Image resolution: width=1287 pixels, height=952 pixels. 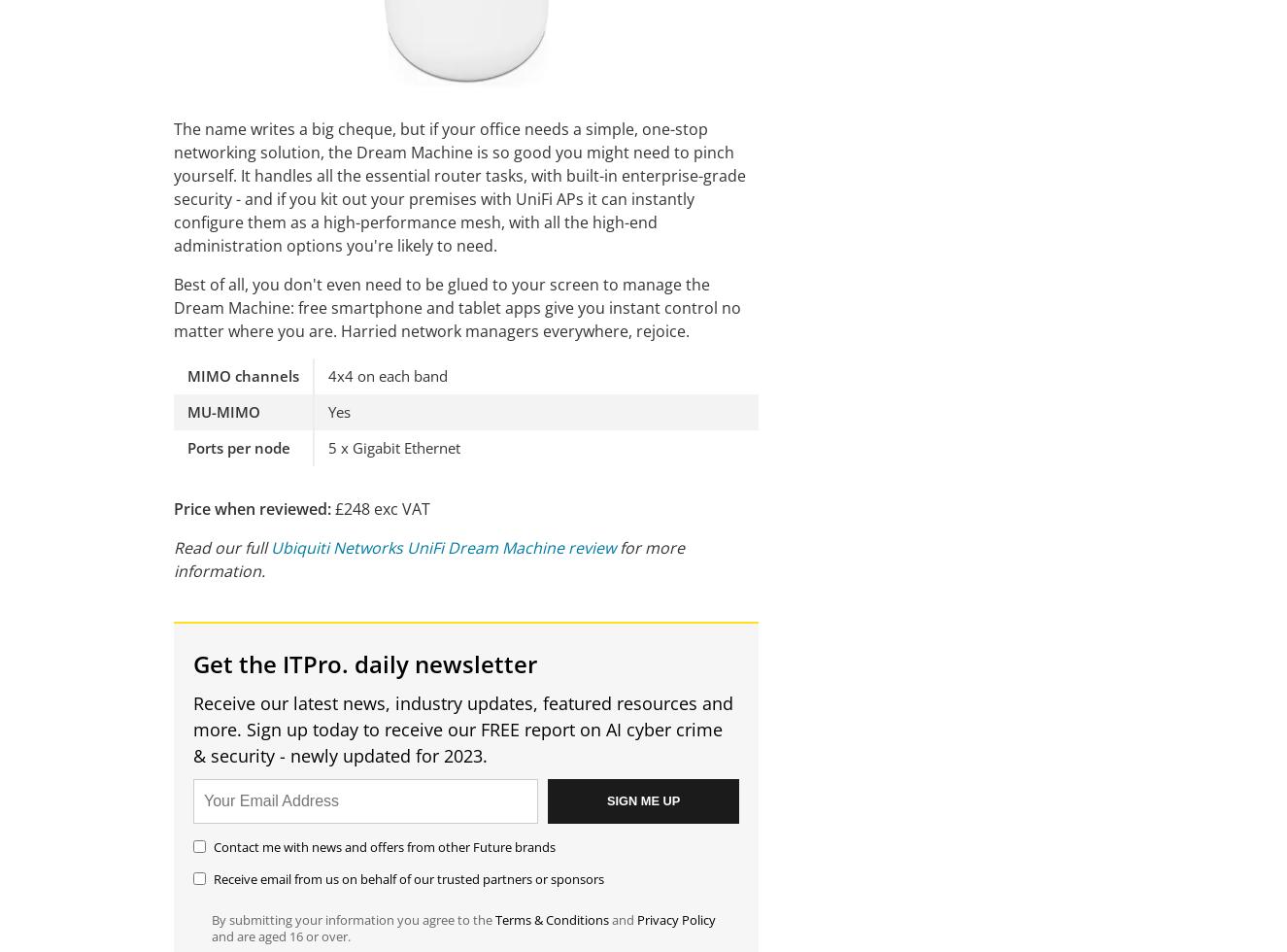 What do you see at coordinates (442, 547) in the screenshot?
I see `'Ubiquiti Networks UniFi Dream Machine review'` at bounding box center [442, 547].